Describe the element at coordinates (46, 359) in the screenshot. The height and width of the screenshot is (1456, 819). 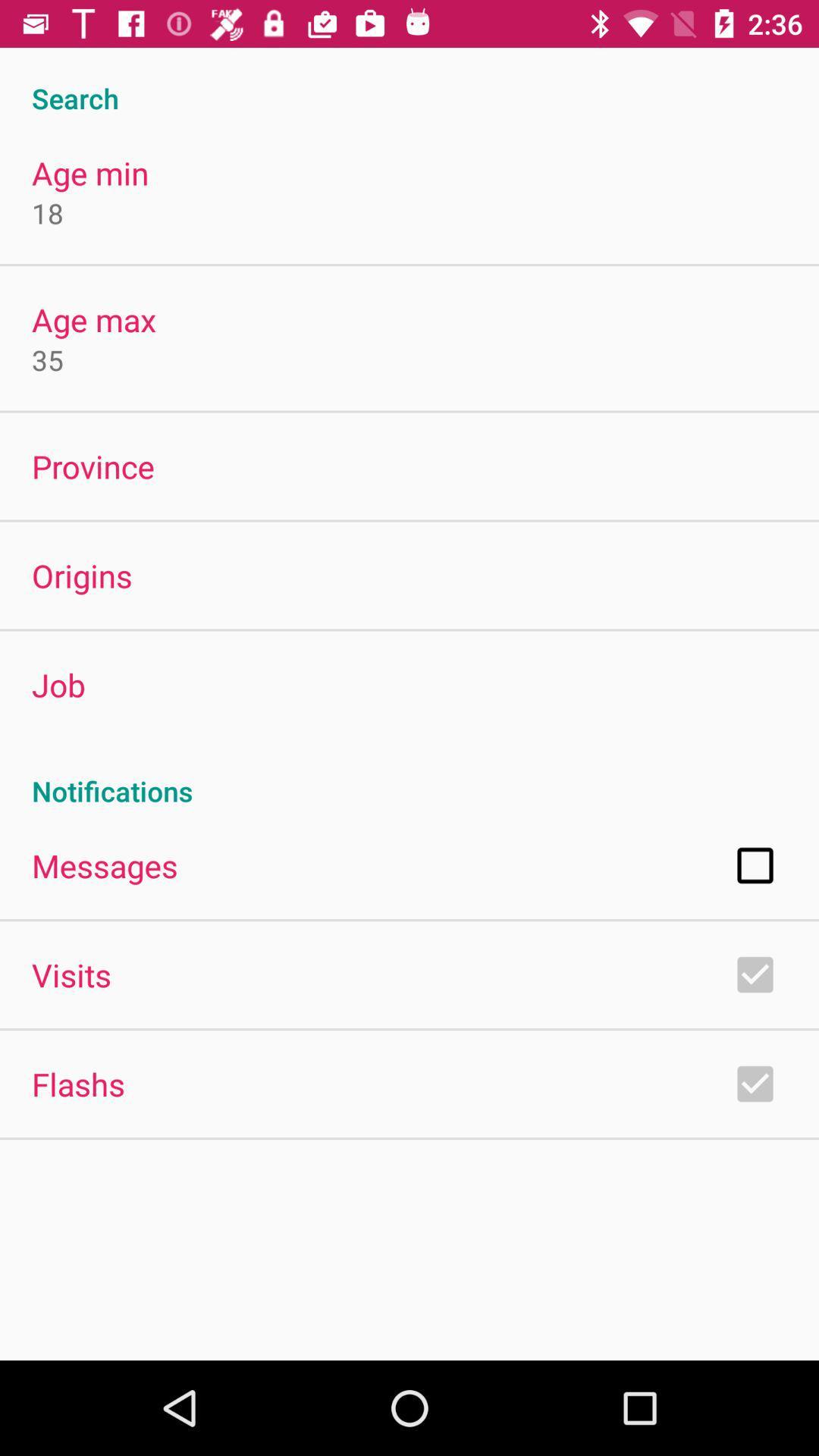
I see `app above the province item` at that location.